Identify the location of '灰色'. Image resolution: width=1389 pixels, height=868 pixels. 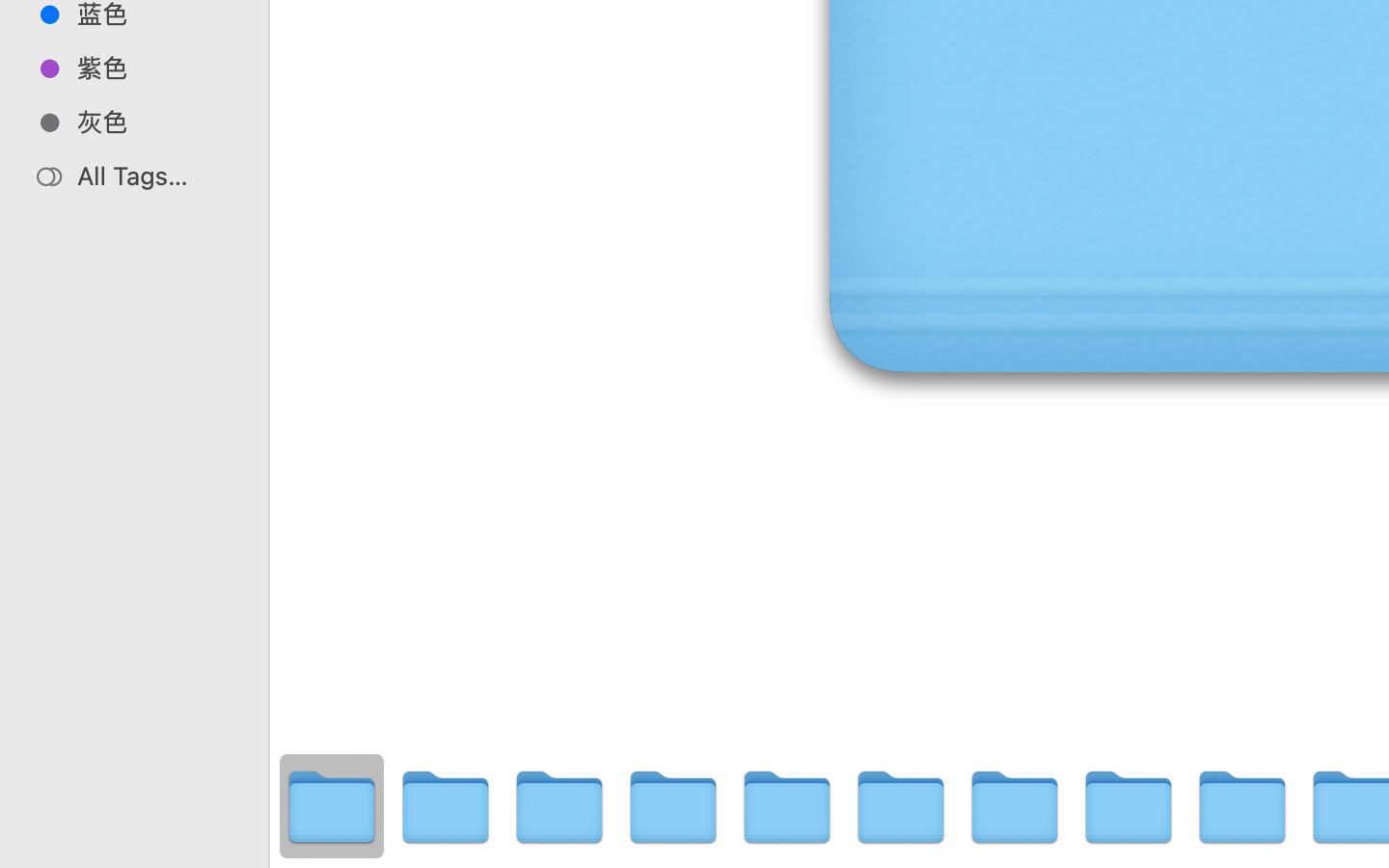
(153, 122).